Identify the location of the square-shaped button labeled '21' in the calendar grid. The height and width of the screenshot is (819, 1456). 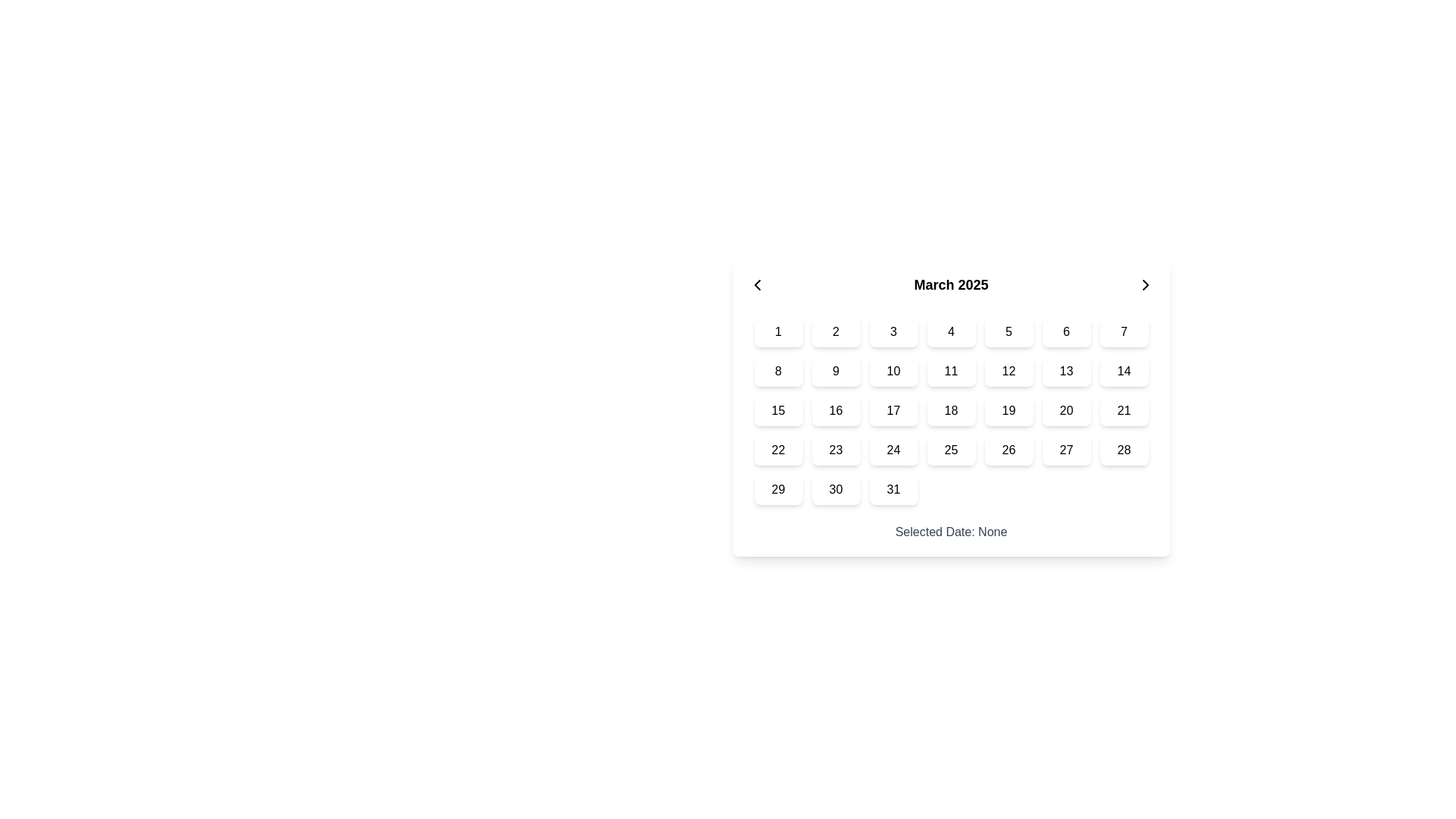
(1124, 411).